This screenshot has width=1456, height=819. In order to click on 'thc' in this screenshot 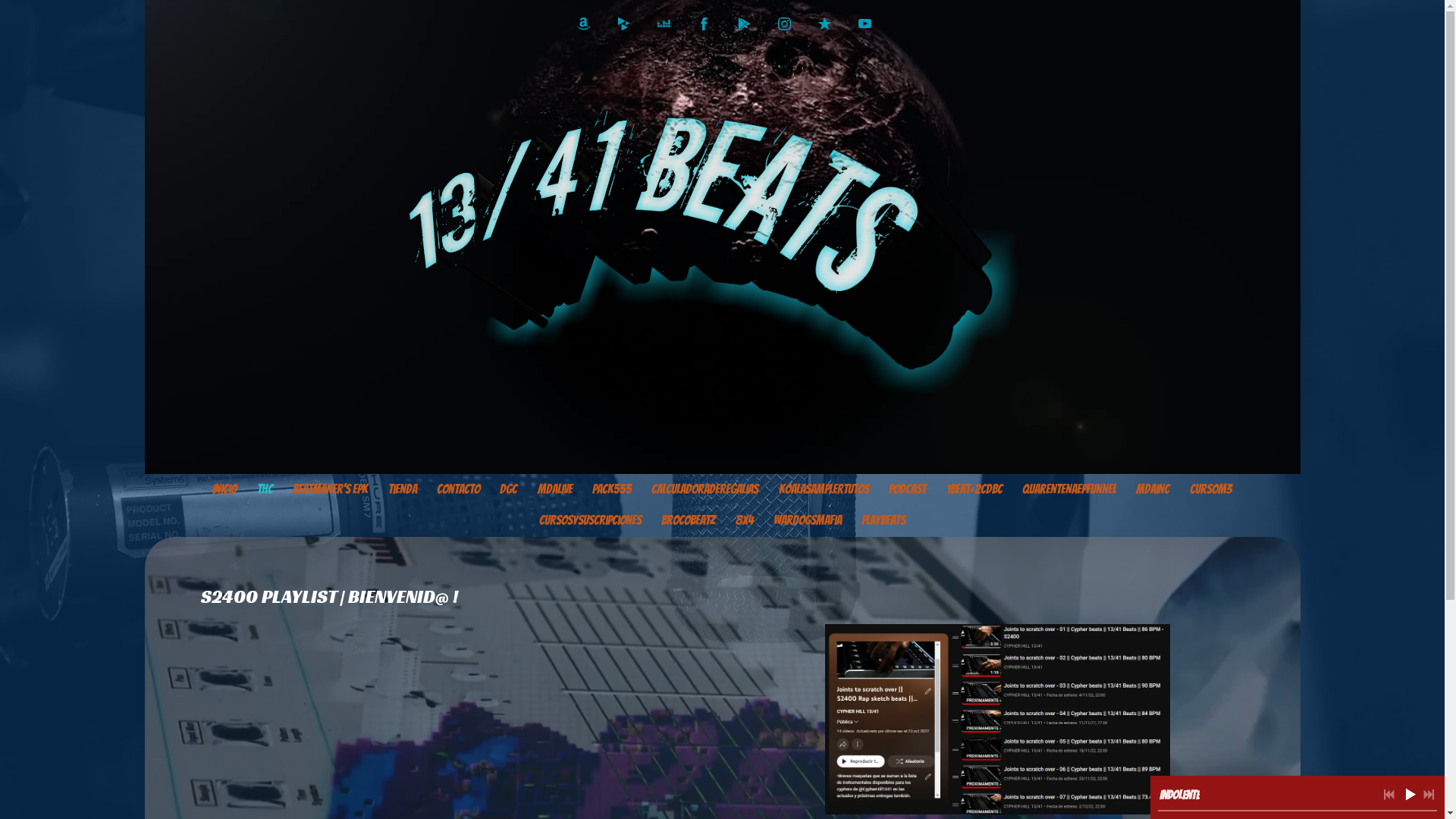, I will do `click(265, 489)`.